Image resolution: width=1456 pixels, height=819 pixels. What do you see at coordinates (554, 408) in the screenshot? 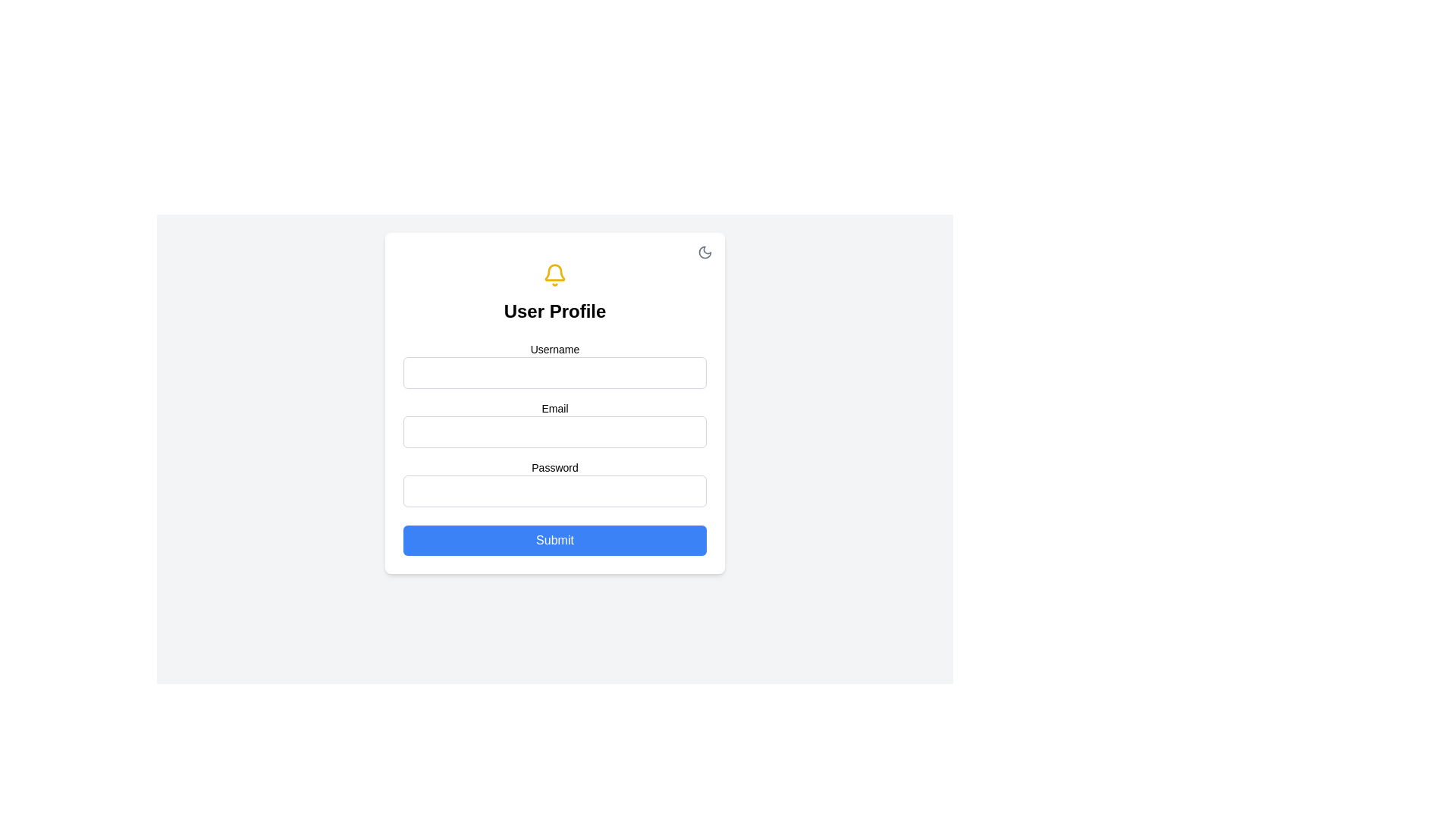
I see `the input field associated with the email address label located at the top of the email input form` at bounding box center [554, 408].